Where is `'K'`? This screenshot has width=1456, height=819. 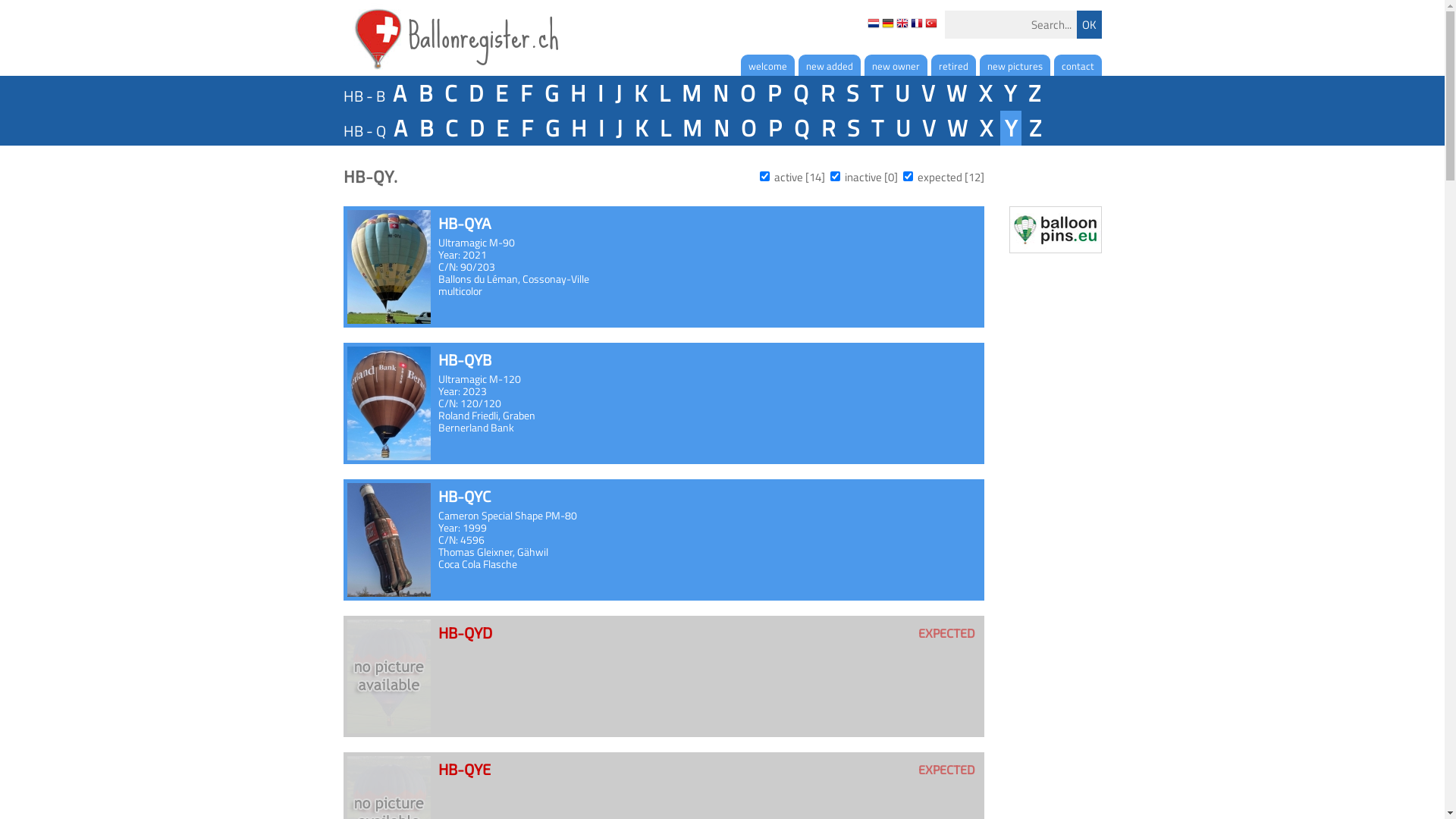
'K' is located at coordinates (640, 93).